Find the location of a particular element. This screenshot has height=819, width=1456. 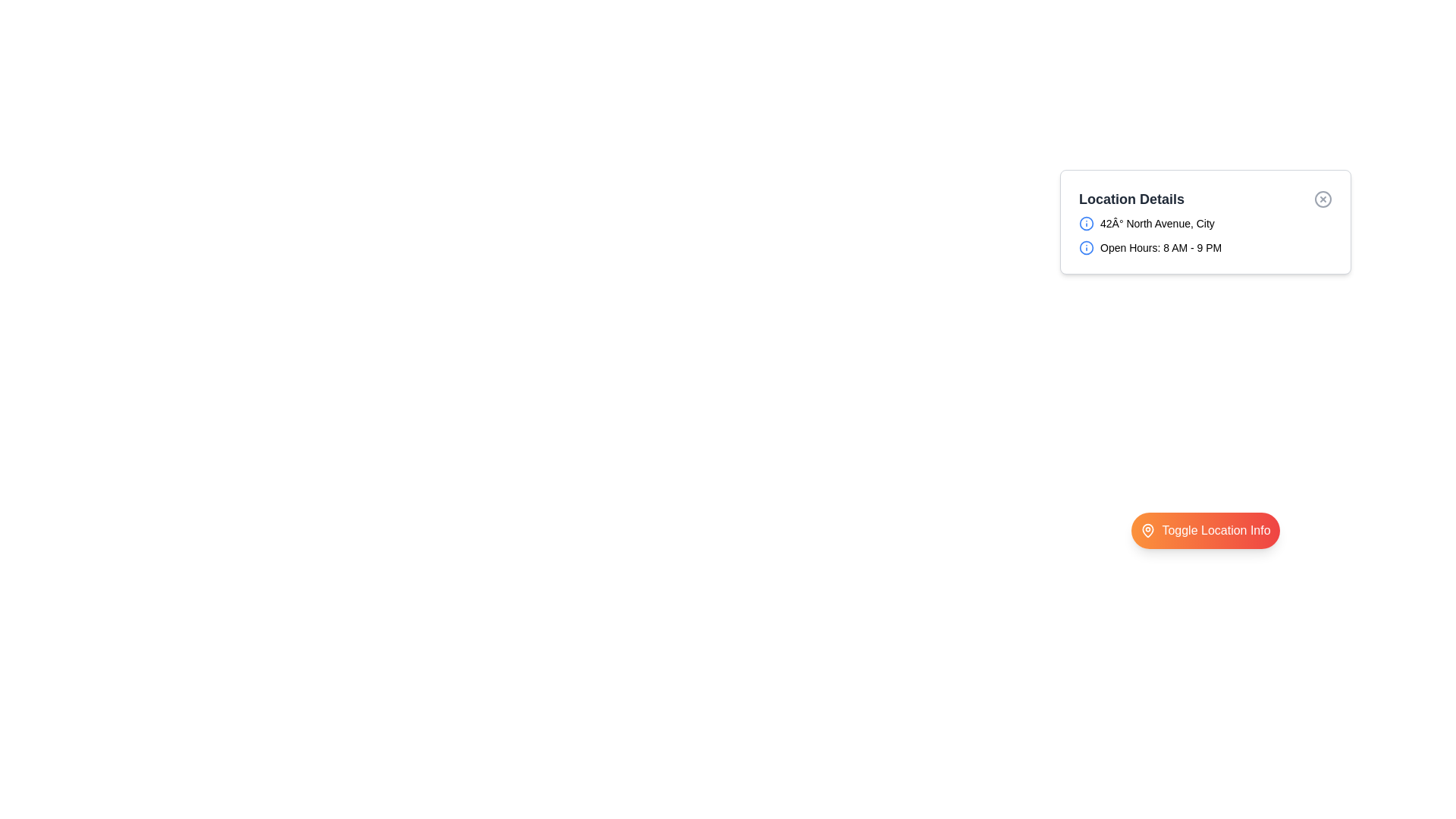

the close or remove button located in the top-right corner of the 'Location Details' section is located at coordinates (1323, 198).